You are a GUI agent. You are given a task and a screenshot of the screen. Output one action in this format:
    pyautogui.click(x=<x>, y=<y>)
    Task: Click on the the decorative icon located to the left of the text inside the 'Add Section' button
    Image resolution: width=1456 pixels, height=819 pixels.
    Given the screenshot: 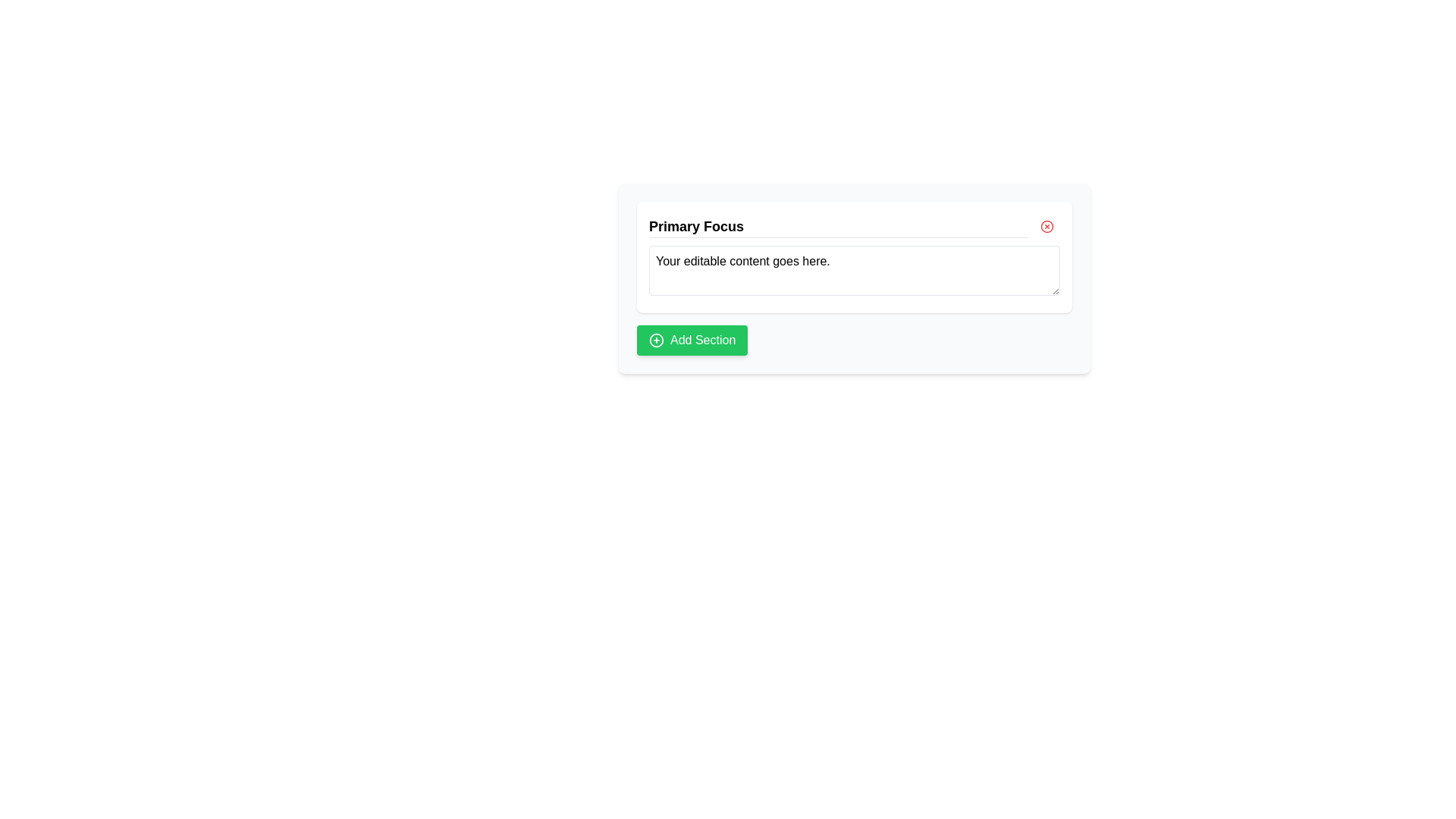 What is the action you would take?
    pyautogui.click(x=656, y=339)
    